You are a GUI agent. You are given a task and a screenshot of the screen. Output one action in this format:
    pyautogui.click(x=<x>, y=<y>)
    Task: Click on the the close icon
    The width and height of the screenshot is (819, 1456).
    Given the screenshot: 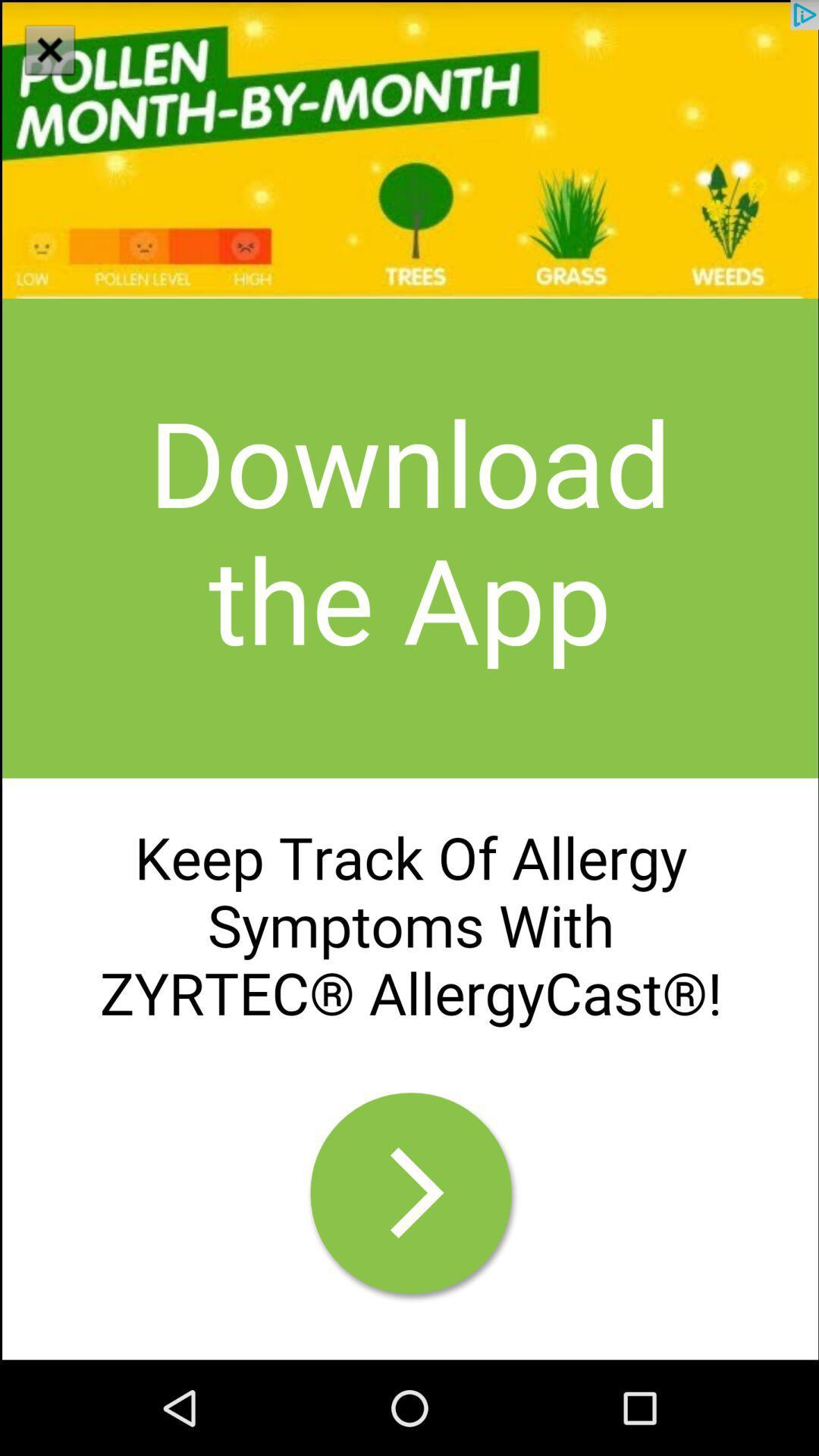 What is the action you would take?
    pyautogui.click(x=69, y=74)
    